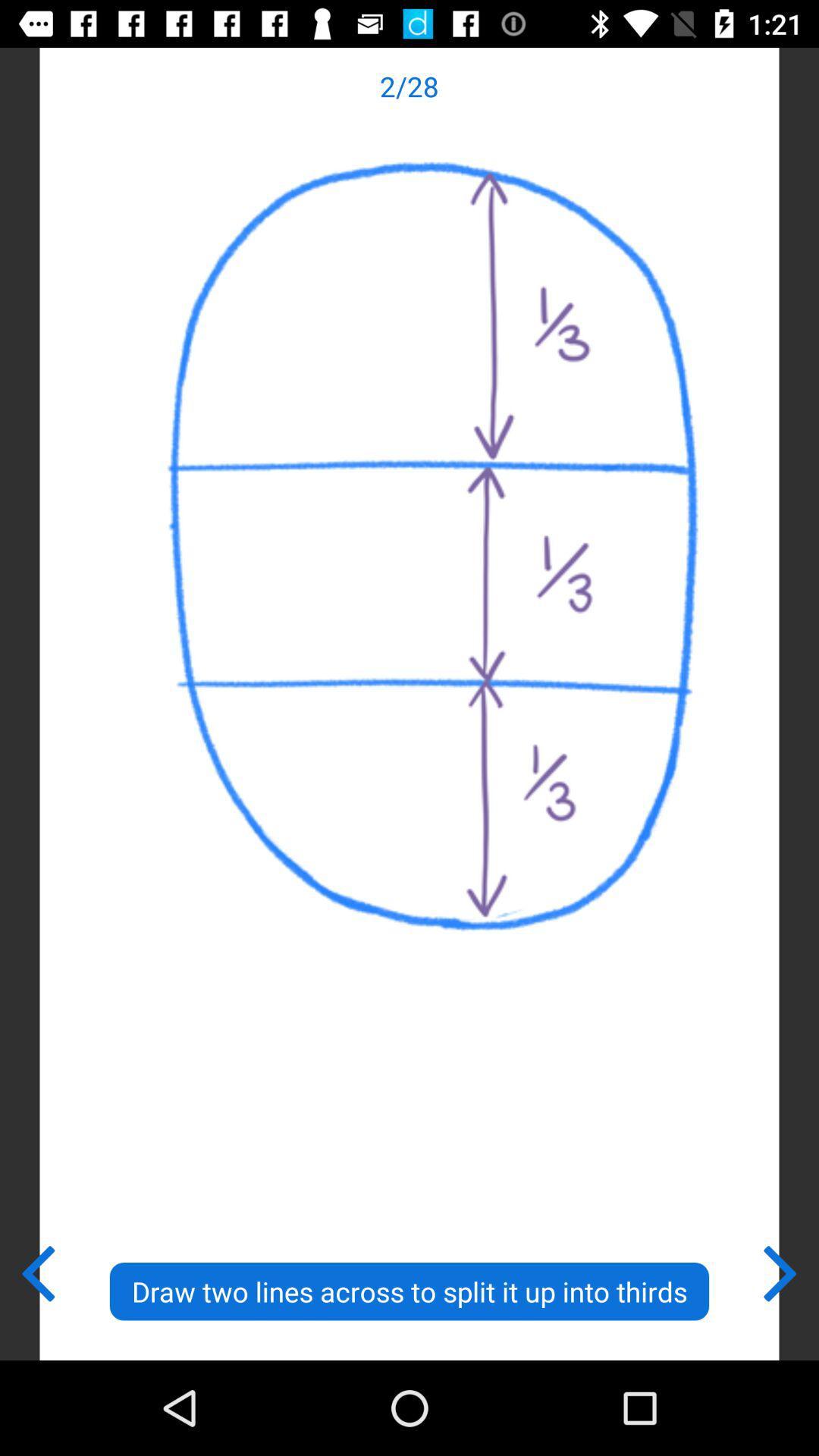  I want to click on the item next to the draw two lines item, so click(36, 1270).